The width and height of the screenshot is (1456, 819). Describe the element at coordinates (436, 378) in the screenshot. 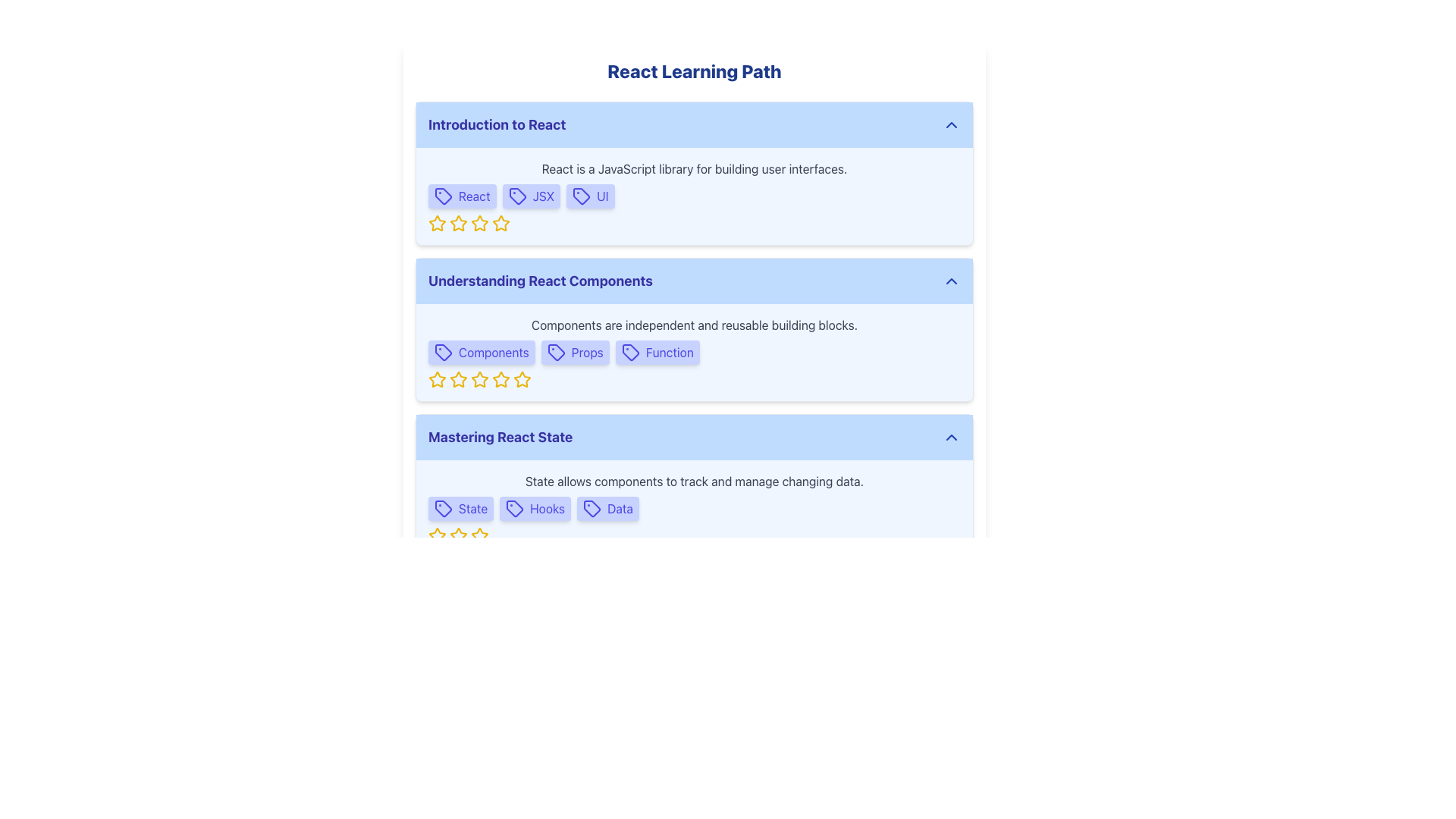

I see `the first star rating icon in the horizontal five-star rating system for the 'Understanding React Components' section` at that location.